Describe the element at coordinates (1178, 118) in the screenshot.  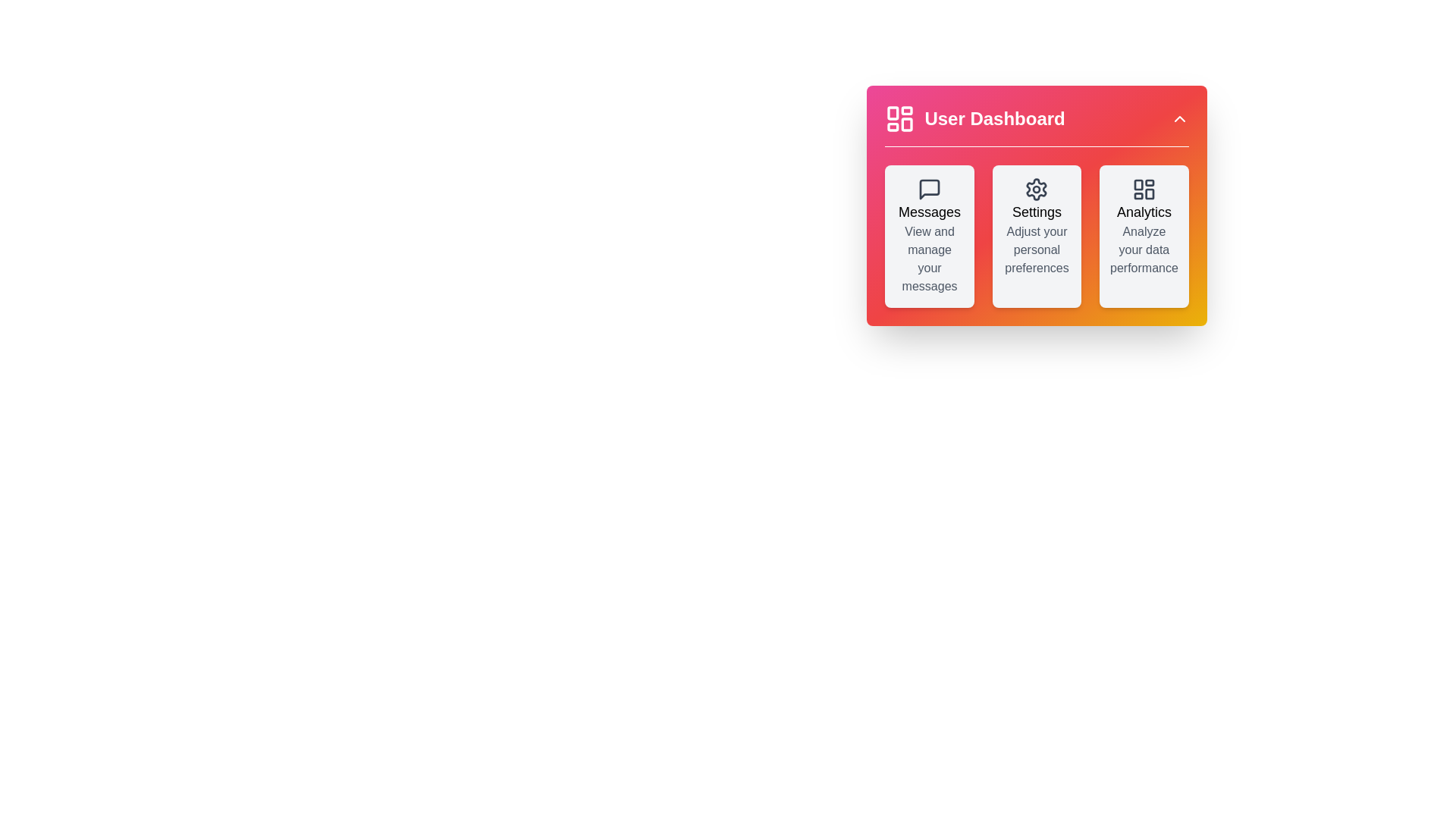
I see `the SVG icon located at the top-right corner of the 'User Dashboard' header to trigger hover effects` at that location.